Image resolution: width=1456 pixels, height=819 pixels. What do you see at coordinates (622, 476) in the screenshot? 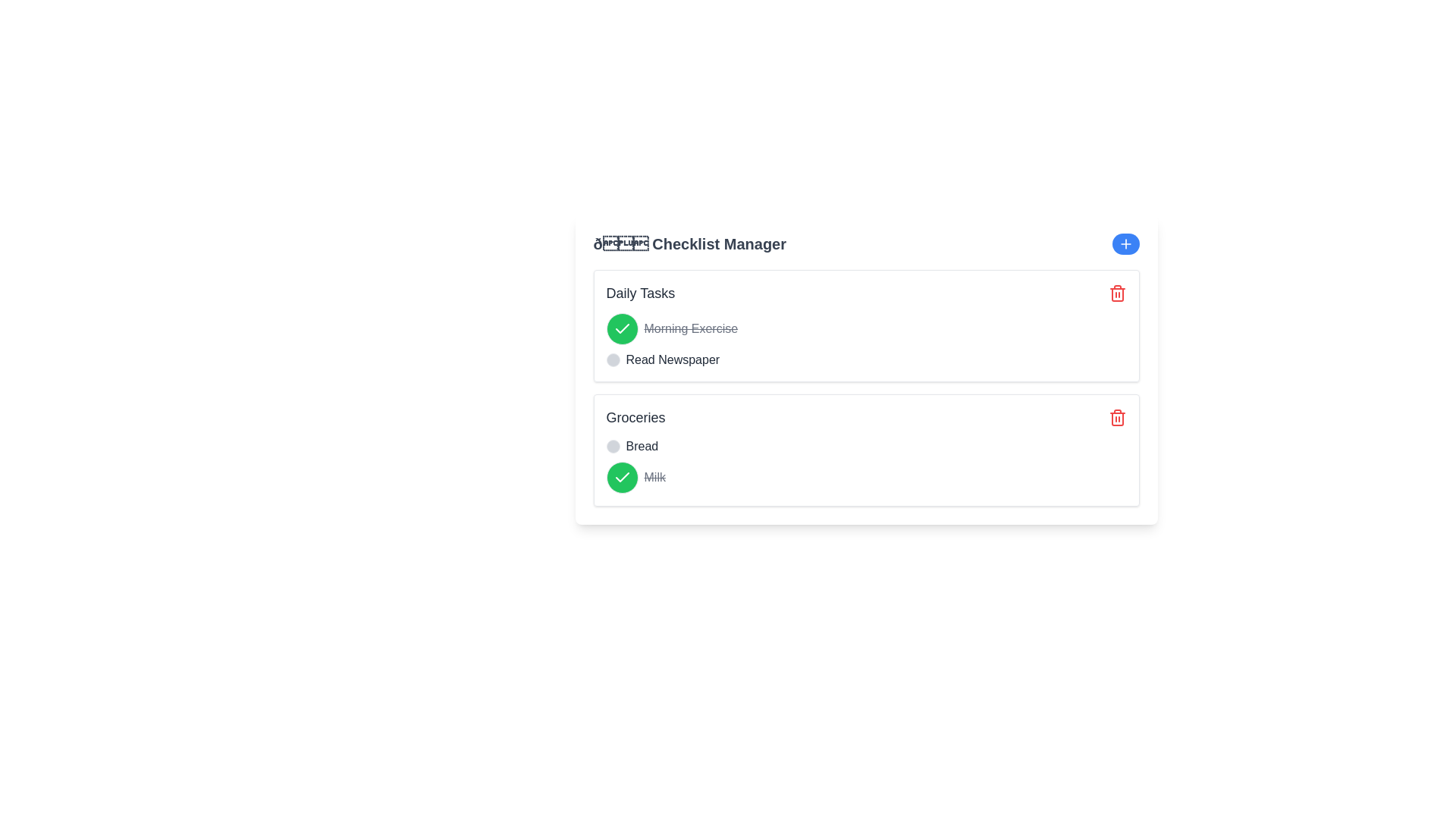
I see `the checkmark icon with a green circular background that indicates the completion of the 'Milk' item` at bounding box center [622, 476].